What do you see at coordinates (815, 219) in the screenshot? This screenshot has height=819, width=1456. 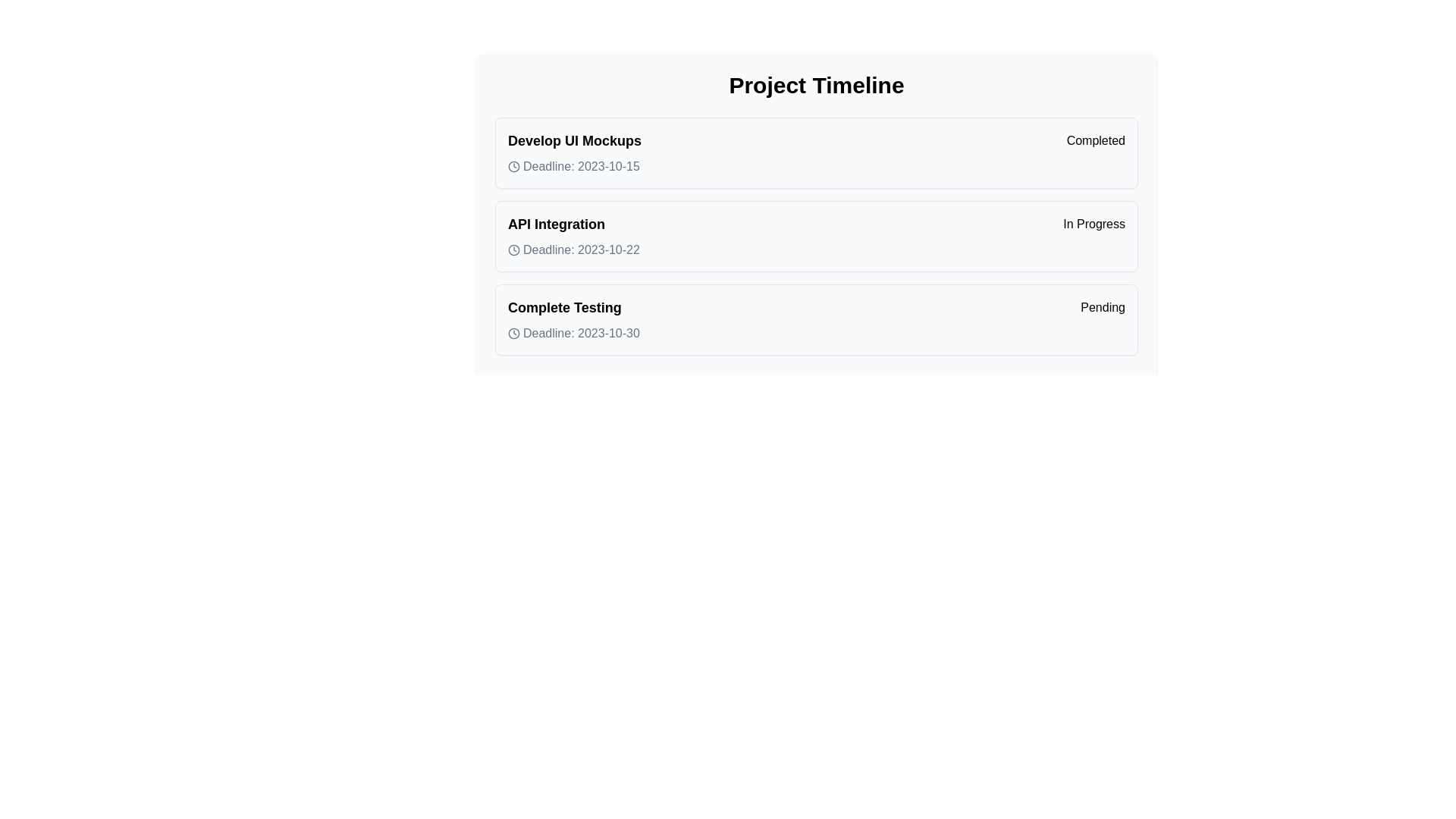 I see `textual information of the second task entry titled 'API Integration' in the project timeline, which is currently 'In Progress' and has a deadline of '2023-10-22'` at bounding box center [815, 219].